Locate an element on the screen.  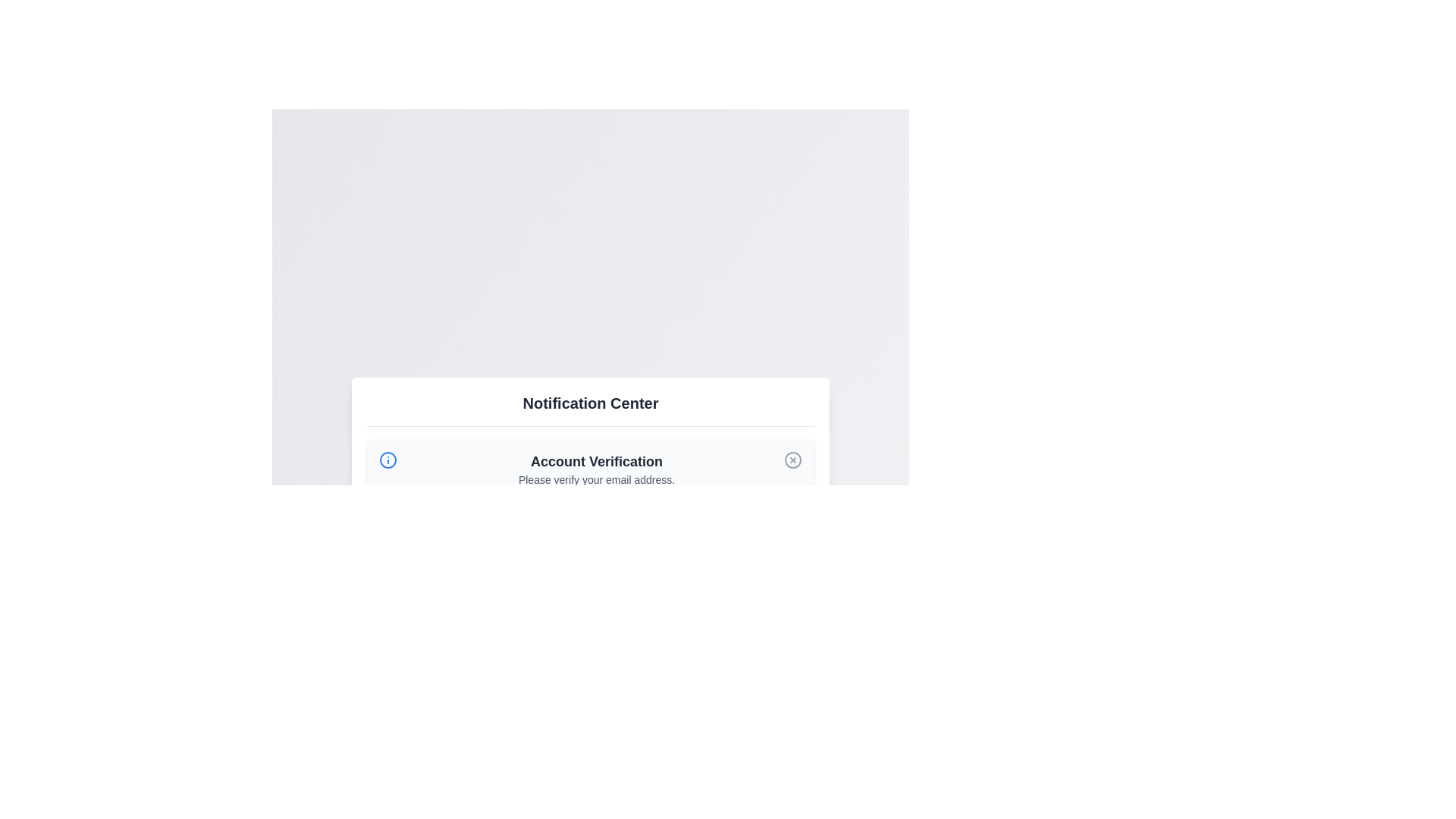
the close button in the top-right corner of the 'Account Verification' notification card is located at coordinates (792, 458).